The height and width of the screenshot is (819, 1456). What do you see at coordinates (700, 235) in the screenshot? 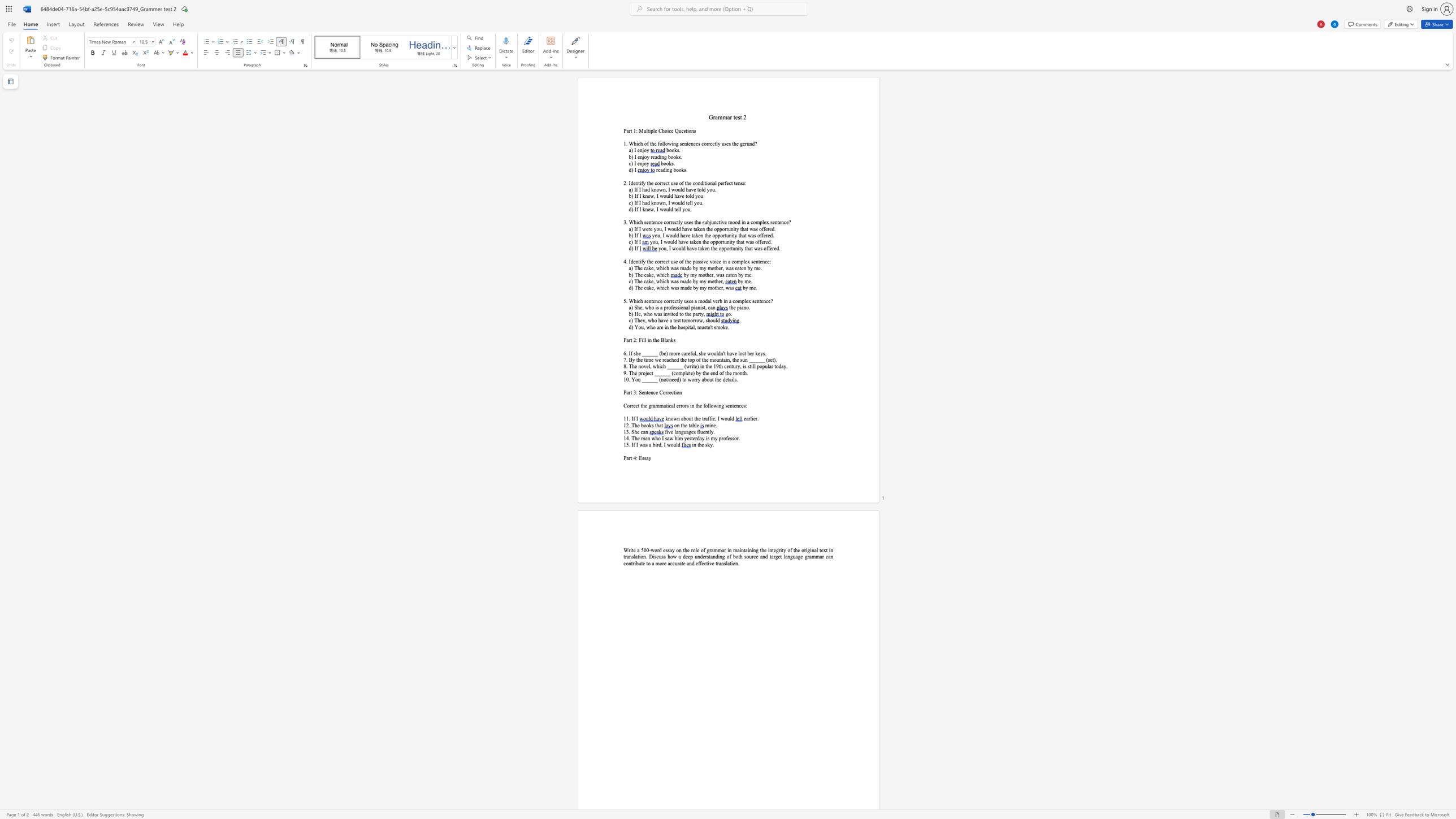
I see `the space between the continuous character "e" and "n" in the text` at bounding box center [700, 235].